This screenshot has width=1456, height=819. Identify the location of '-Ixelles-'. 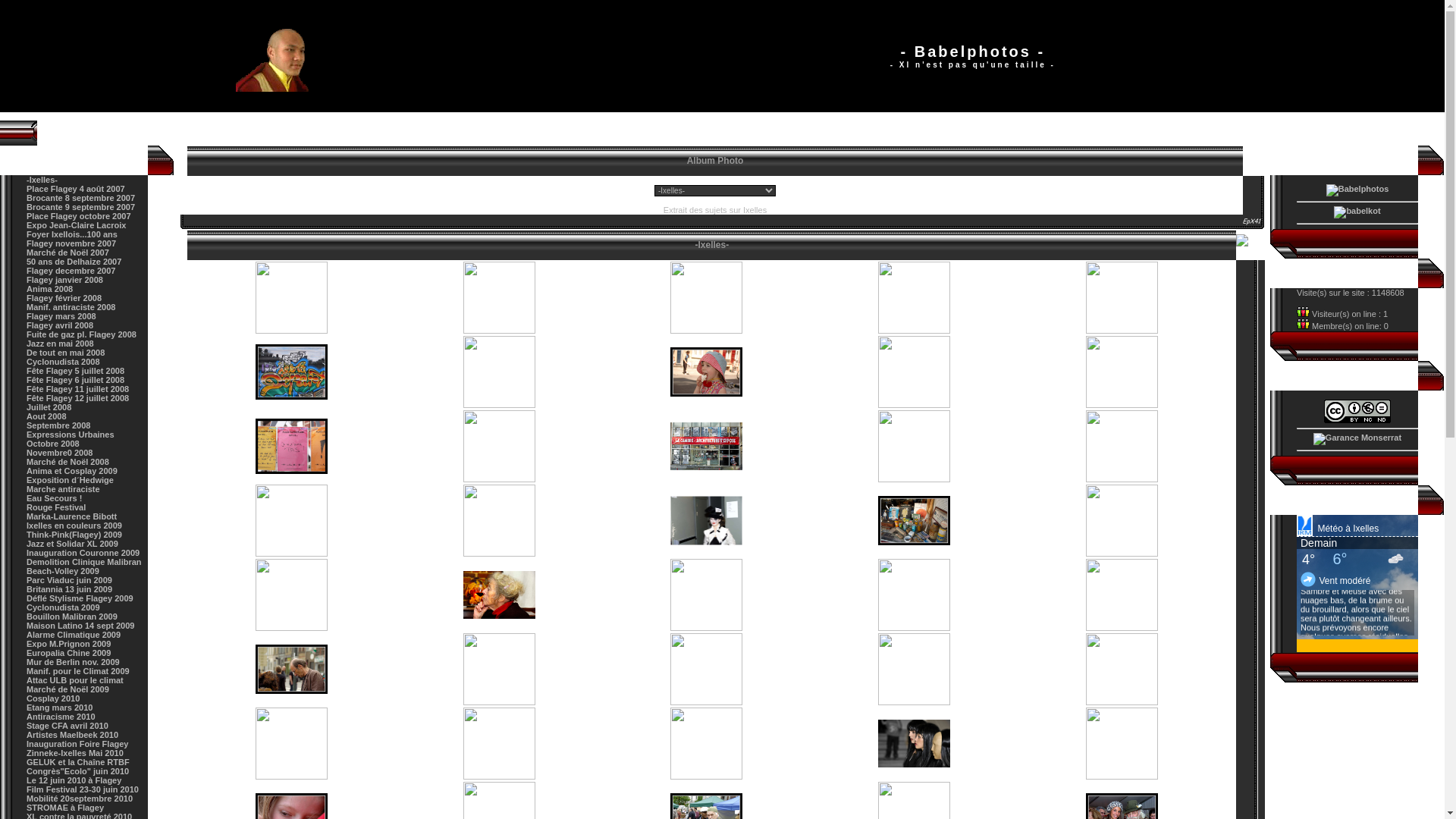
(42, 178).